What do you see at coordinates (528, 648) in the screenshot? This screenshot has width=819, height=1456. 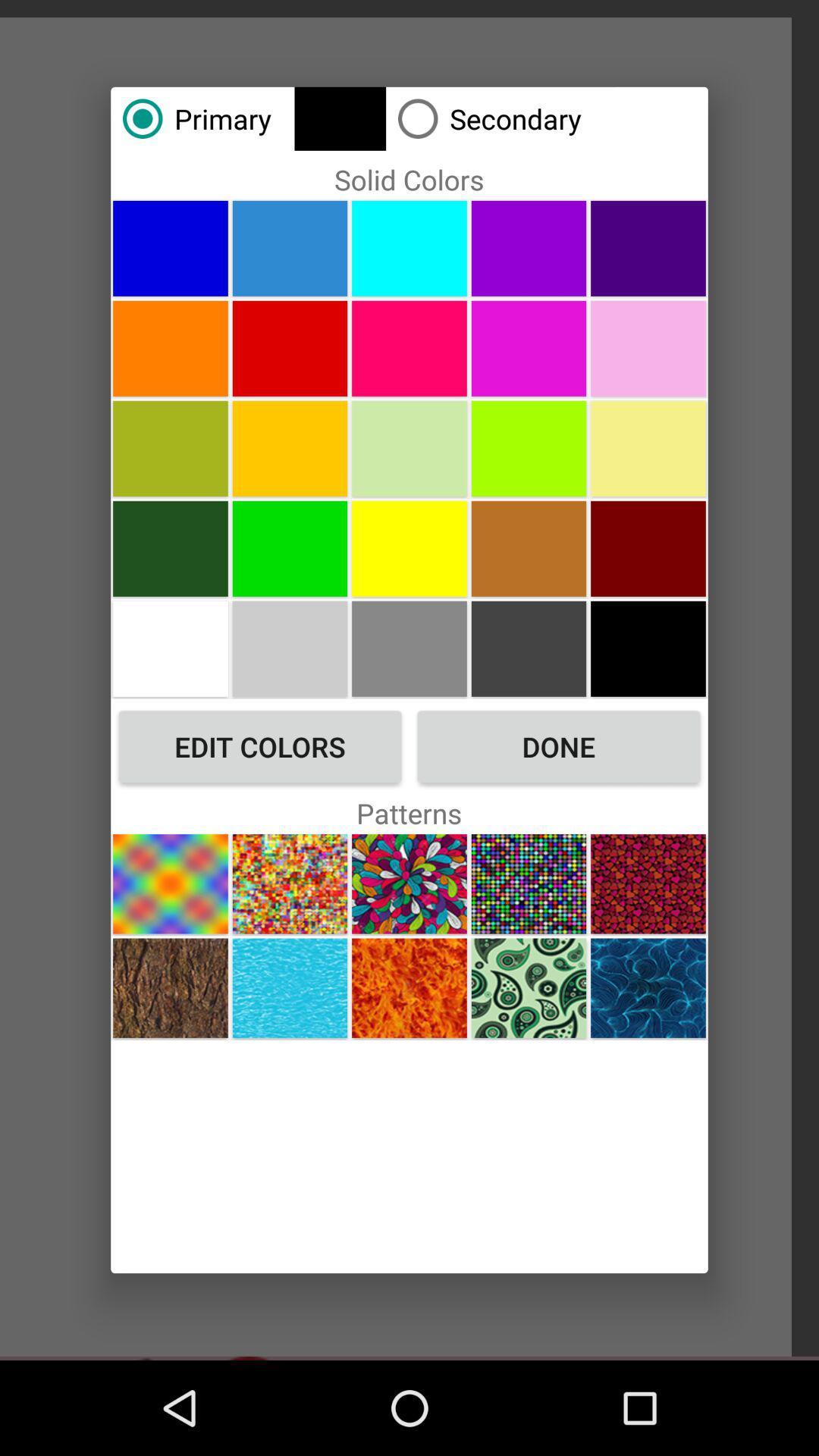 I see `pick color` at bounding box center [528, 648].